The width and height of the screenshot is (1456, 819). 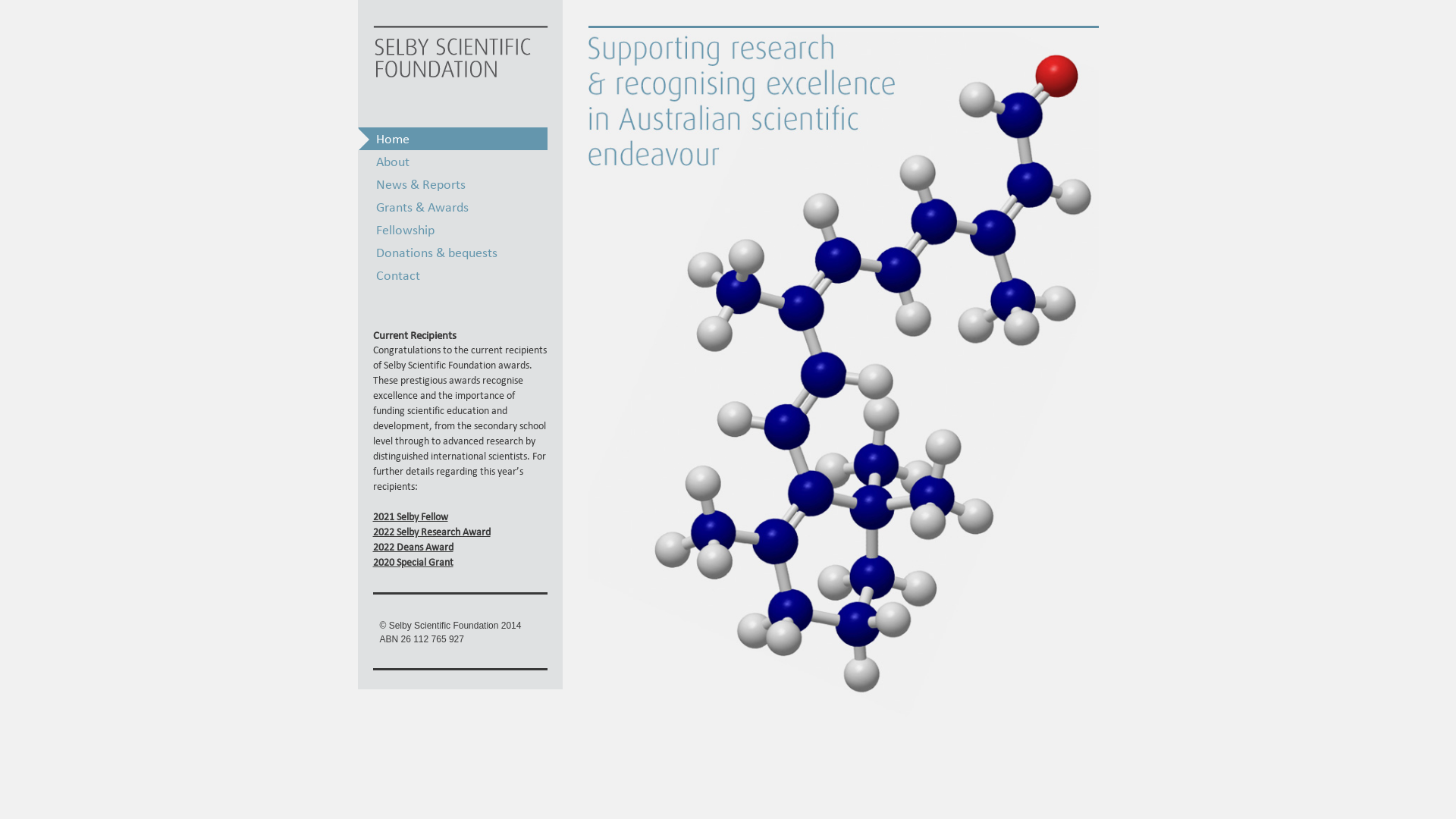 I want to click on '2022 Deans Award', so click(x=459, y=547).